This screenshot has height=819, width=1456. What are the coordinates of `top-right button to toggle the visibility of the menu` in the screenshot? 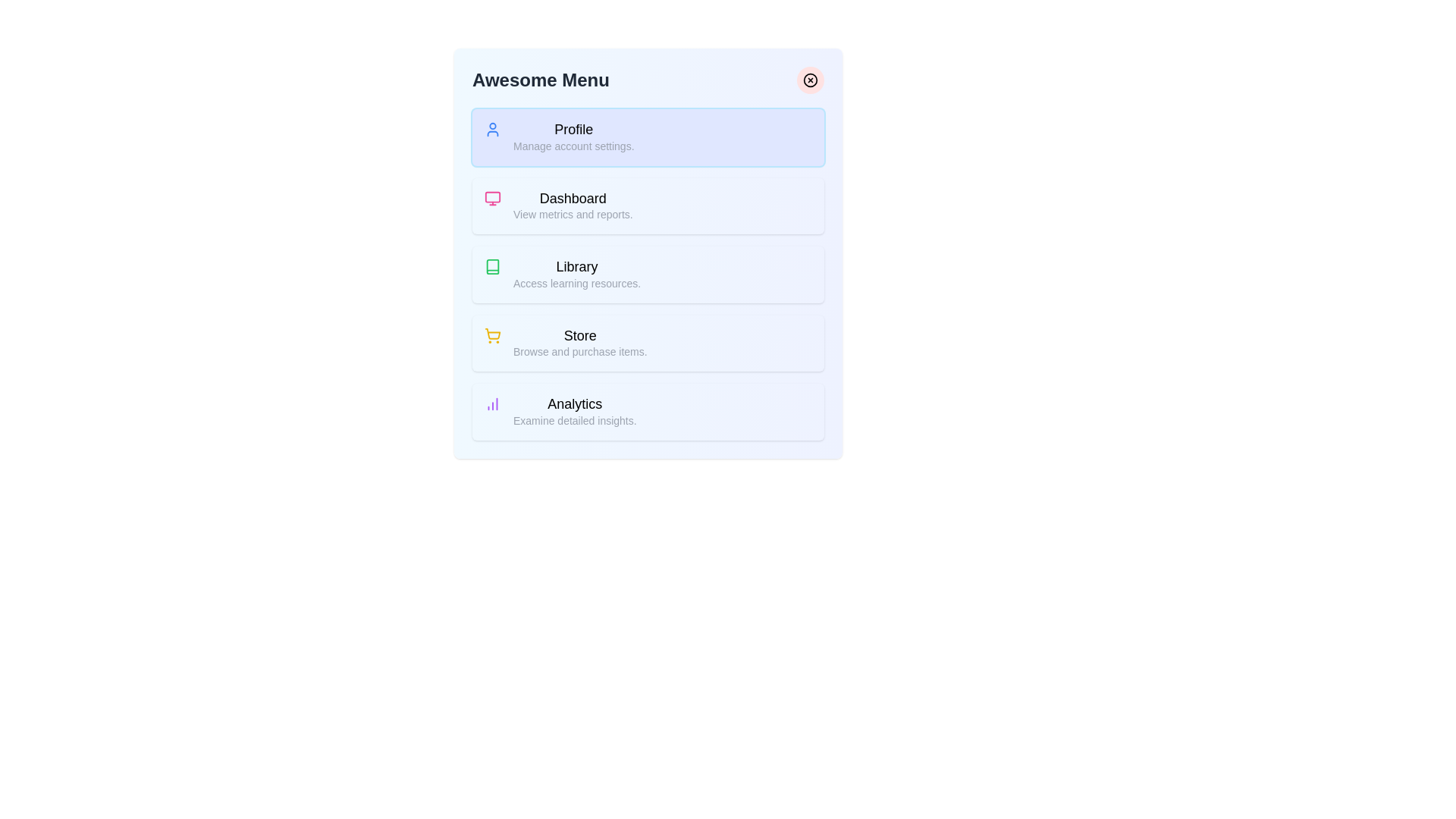 It's located at (810, 80).